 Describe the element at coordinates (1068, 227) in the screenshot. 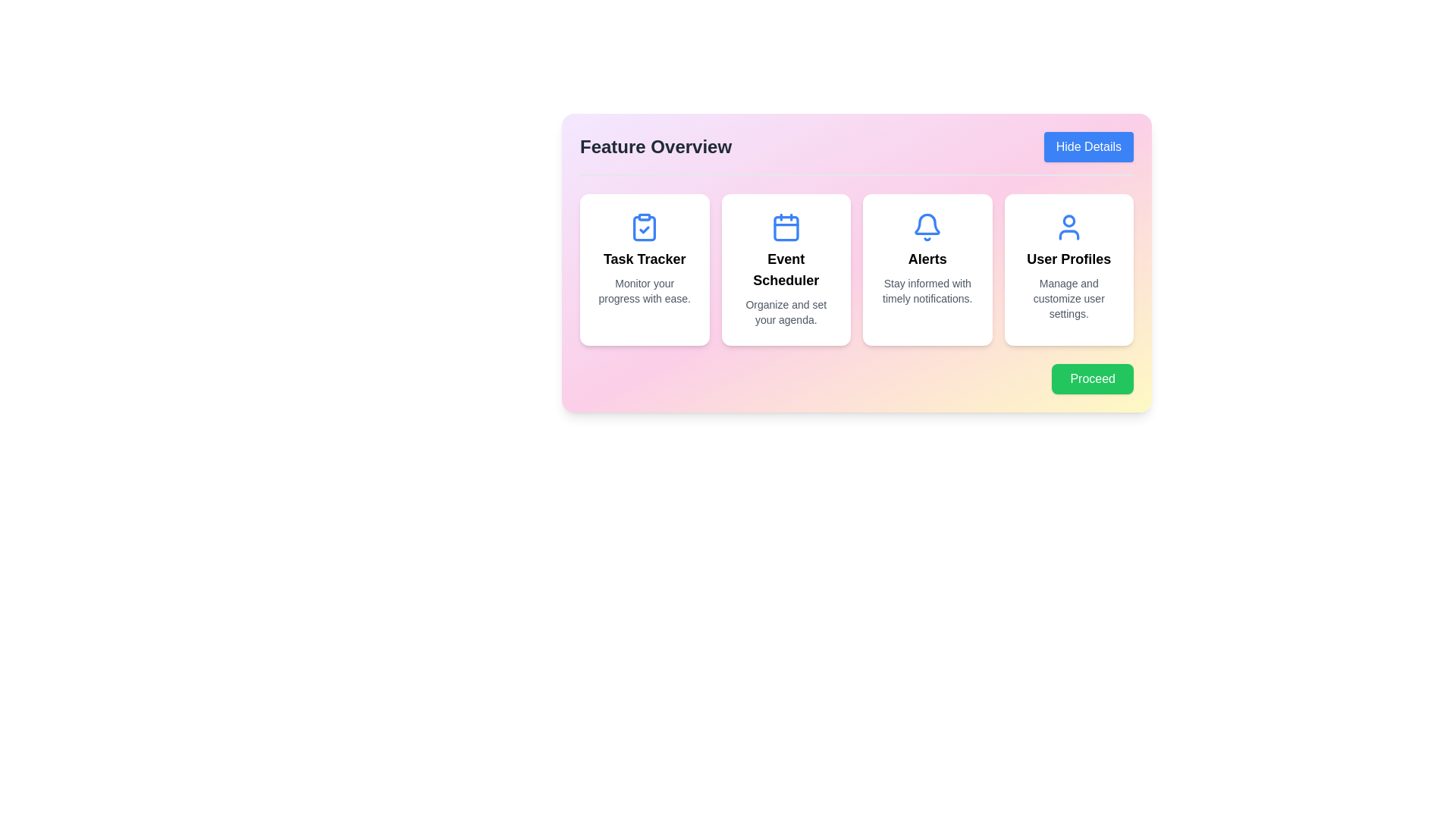

I see `the user profile icon located at the bottom-right of the 'User Profiles' card within the 'Feature Overview' section` at that location.